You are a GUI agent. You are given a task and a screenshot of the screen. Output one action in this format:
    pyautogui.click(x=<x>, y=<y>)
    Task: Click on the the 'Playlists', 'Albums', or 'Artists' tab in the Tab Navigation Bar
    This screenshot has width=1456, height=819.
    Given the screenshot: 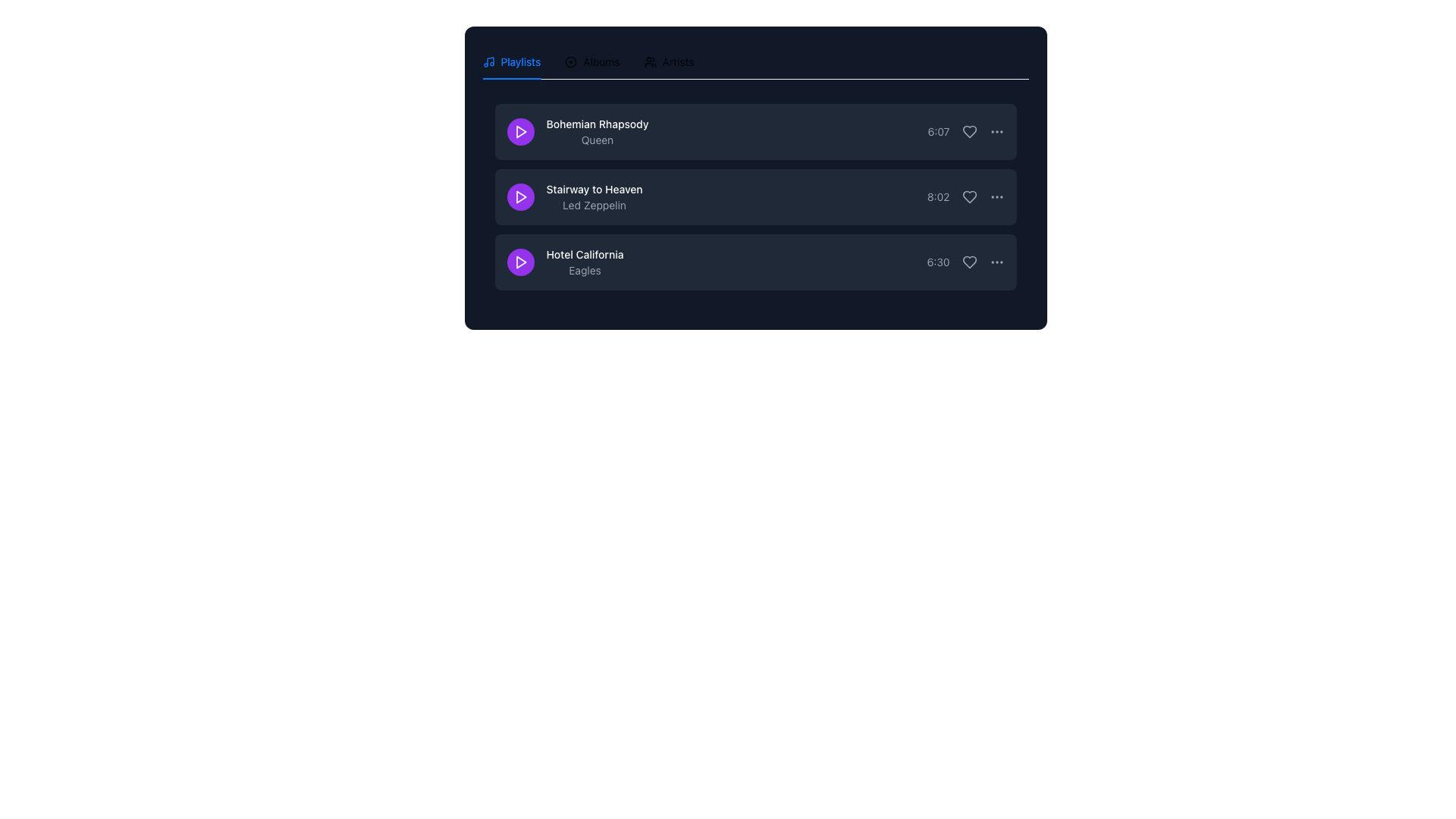 What is the action you would take?
    pyautogui.click(x=755, y=61)
    